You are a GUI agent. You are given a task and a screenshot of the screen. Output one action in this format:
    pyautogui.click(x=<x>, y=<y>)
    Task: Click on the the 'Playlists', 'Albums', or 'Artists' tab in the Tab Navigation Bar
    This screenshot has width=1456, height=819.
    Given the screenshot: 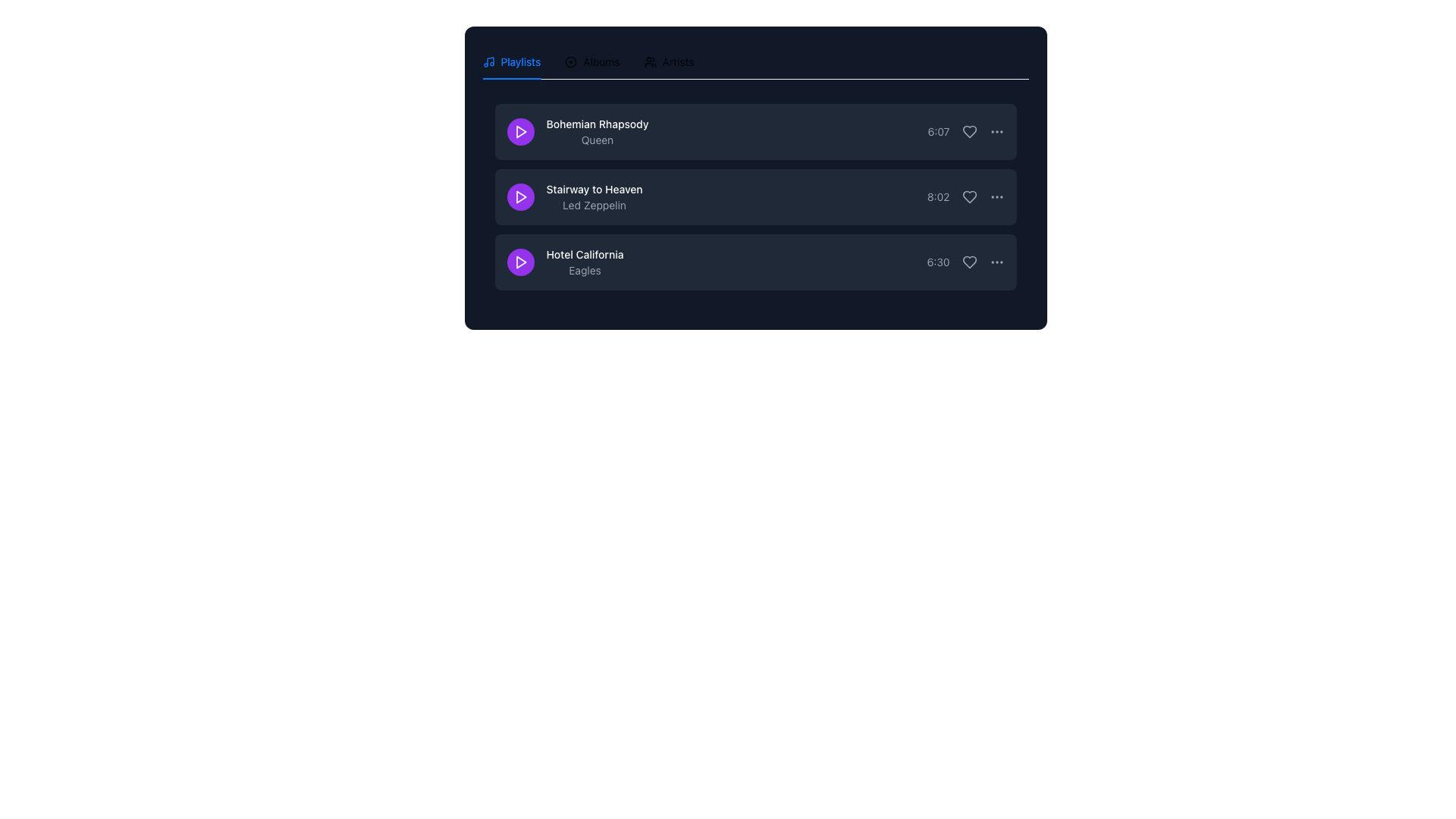 What is the action you would take?
    pyautogui.click(x=755, y=61)
    